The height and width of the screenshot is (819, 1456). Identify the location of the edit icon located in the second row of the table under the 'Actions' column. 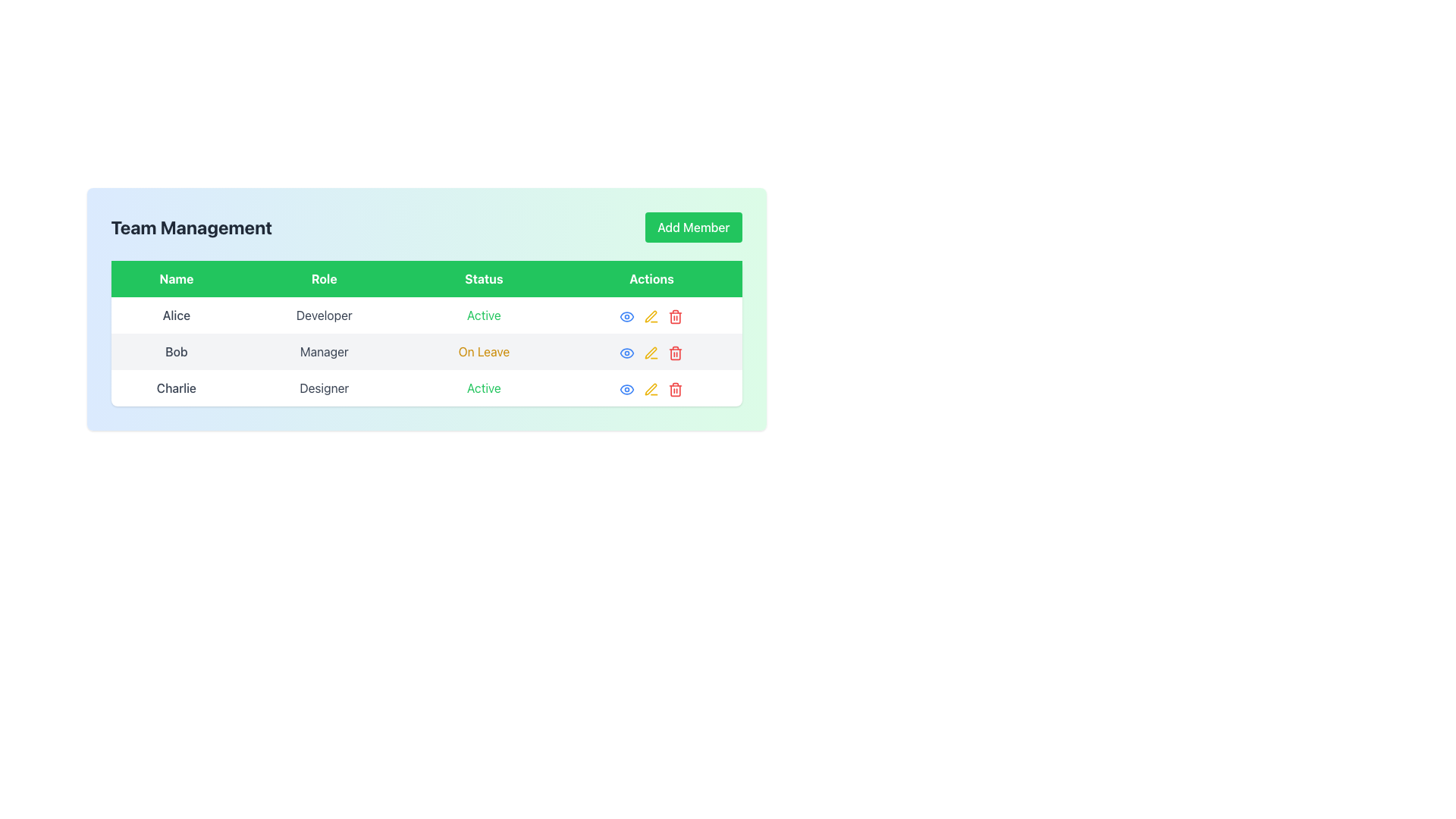
(651, 315).